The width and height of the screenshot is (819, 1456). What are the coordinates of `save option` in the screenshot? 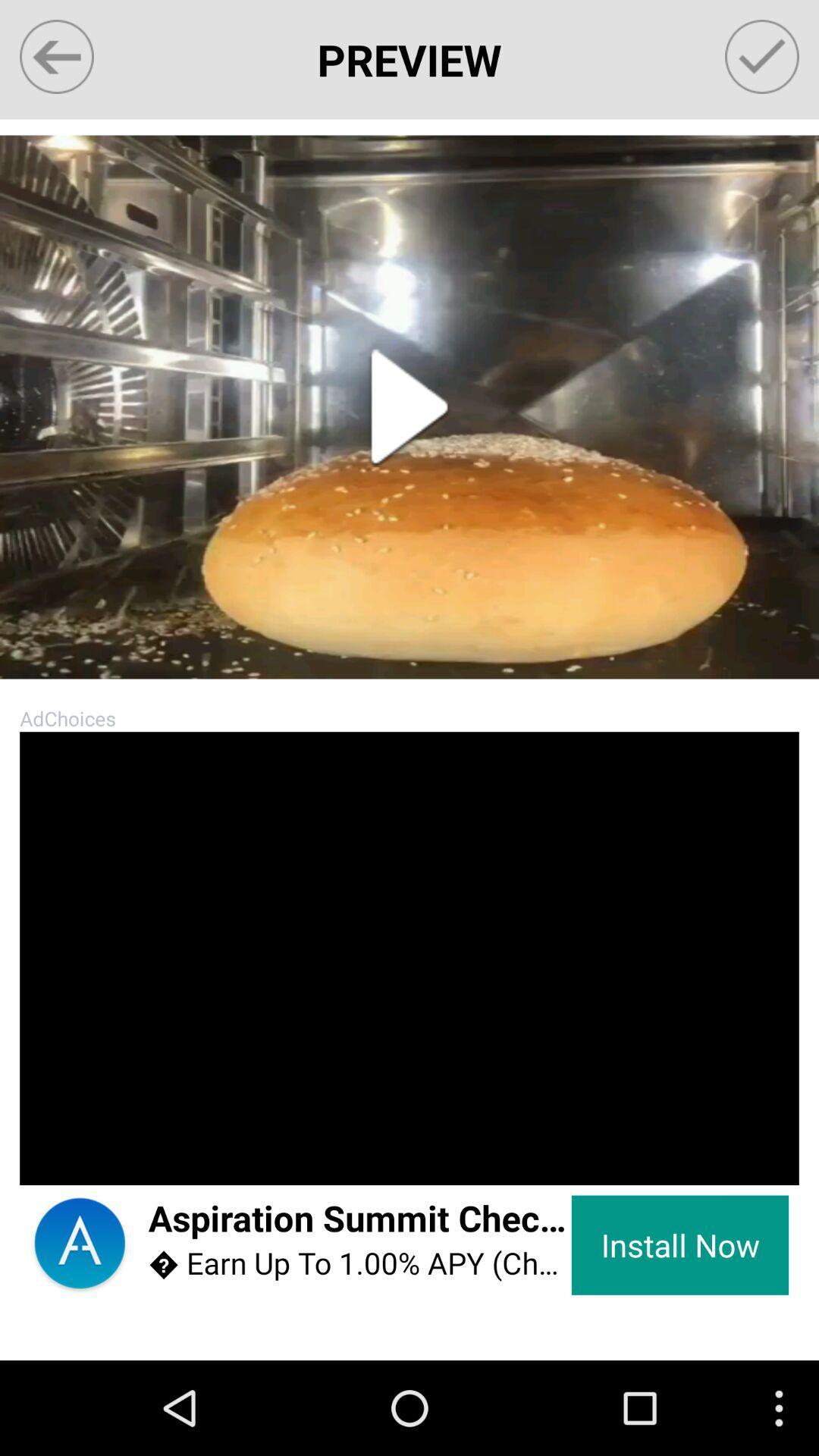 It's located at (762, 57).